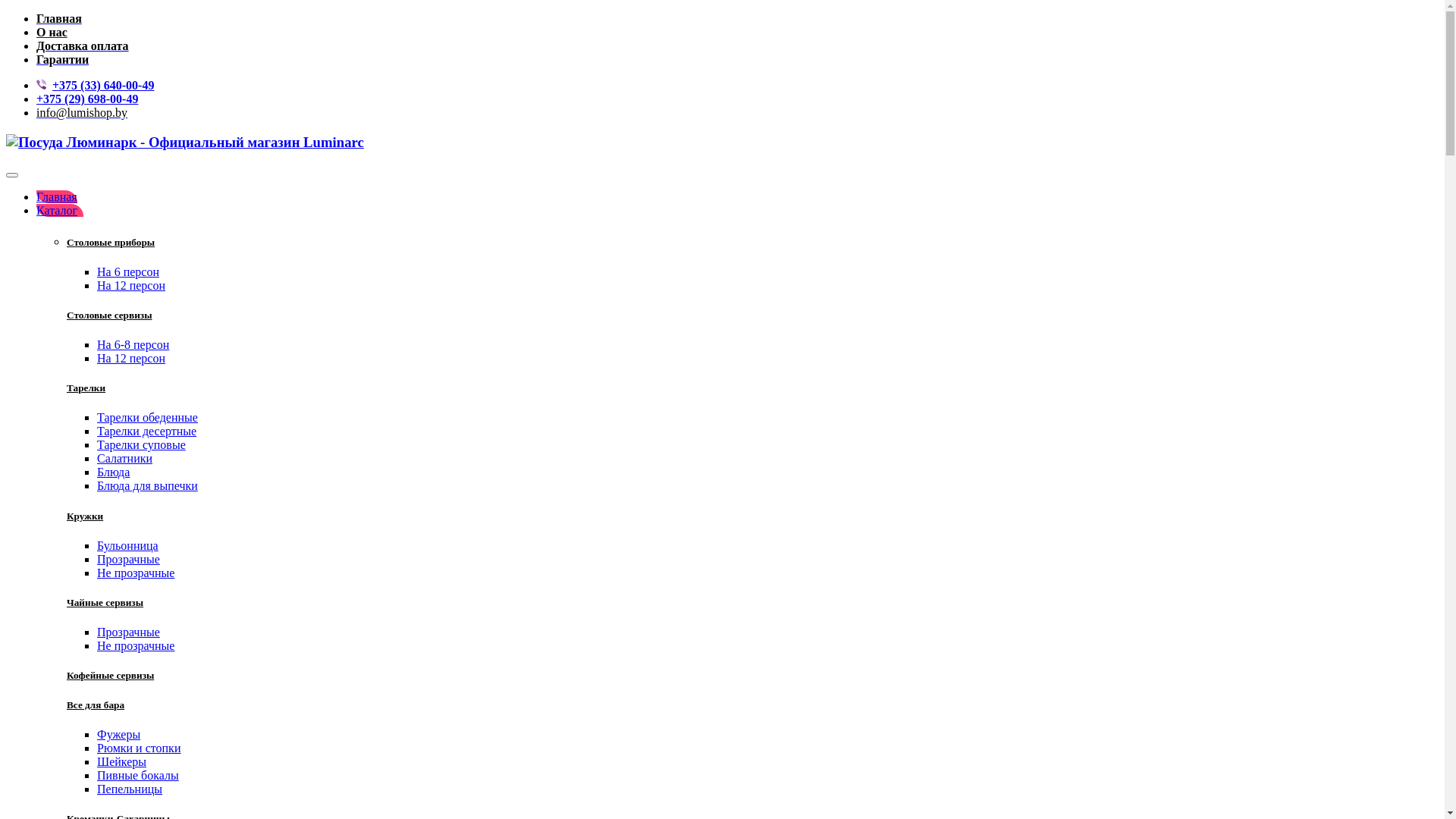 The height and width of the screenshot is (819, 1456). Describe the element at coordinates (102, 85) in the screenshot. I see `'+375 (33) 640-00-49'` at that location.